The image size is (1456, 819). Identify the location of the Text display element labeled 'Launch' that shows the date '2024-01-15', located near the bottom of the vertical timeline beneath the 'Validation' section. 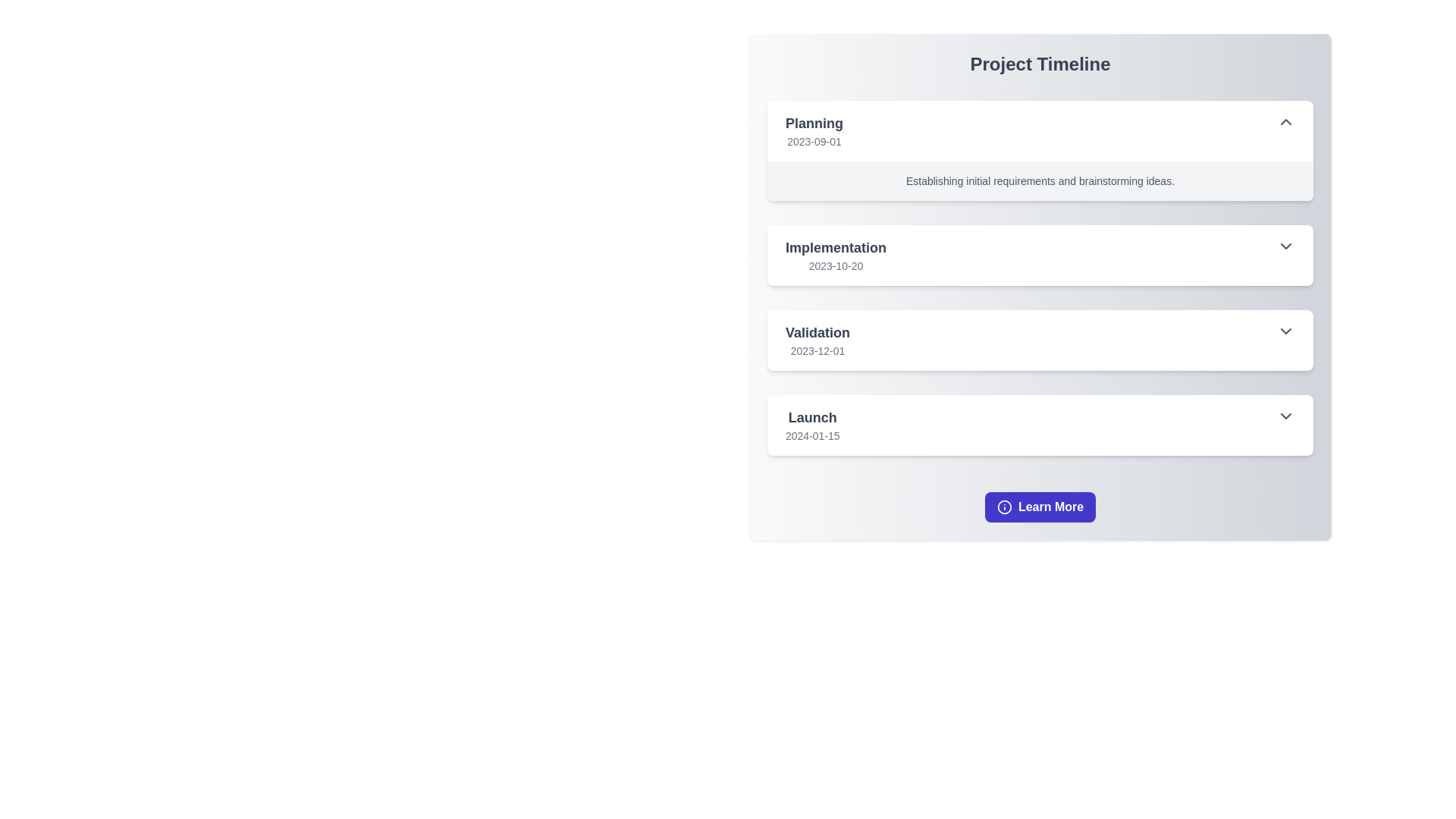
(811, 425).